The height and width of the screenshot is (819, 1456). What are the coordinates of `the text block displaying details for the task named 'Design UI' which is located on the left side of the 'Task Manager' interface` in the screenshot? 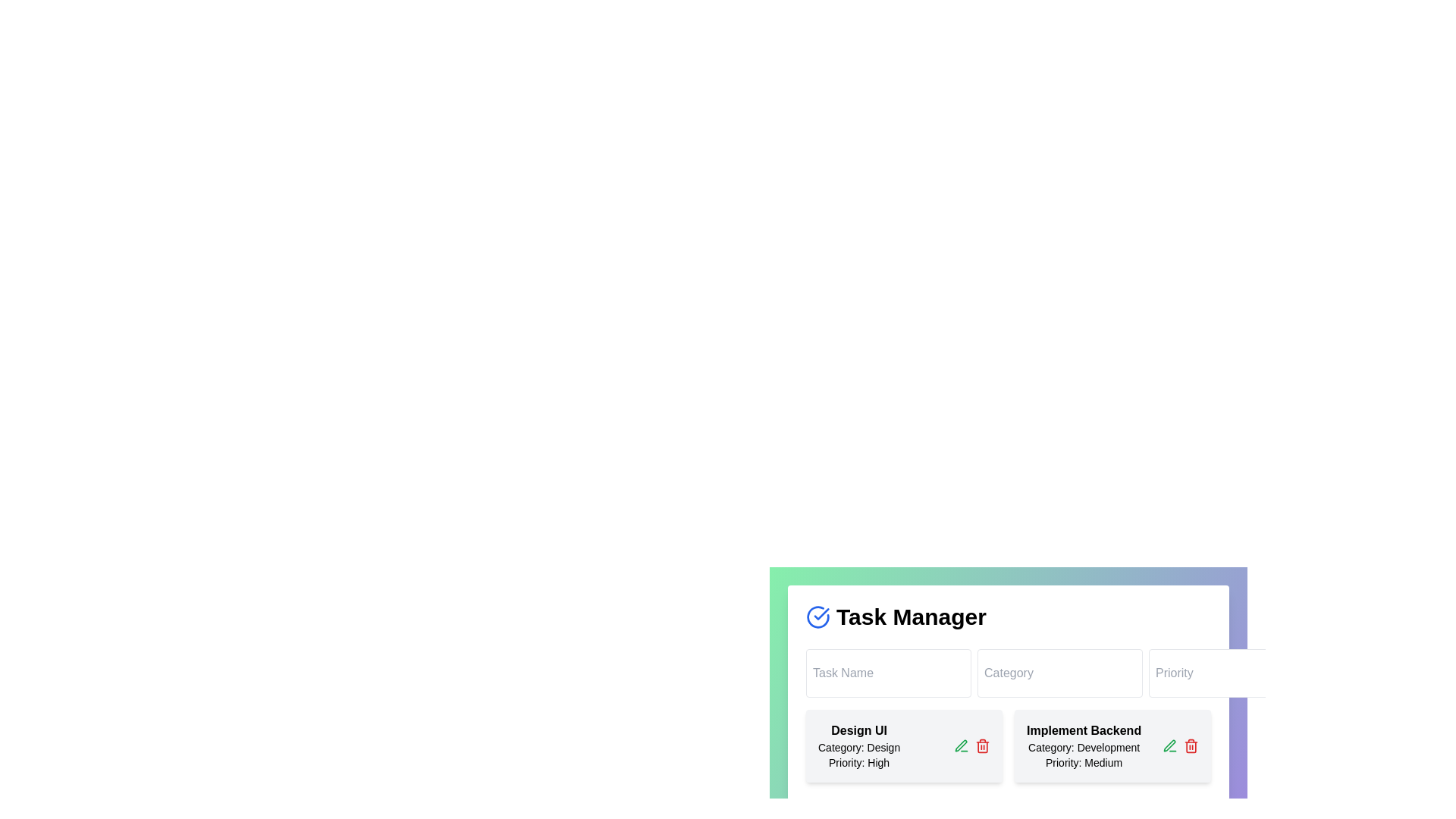 It's located at (859, 745).